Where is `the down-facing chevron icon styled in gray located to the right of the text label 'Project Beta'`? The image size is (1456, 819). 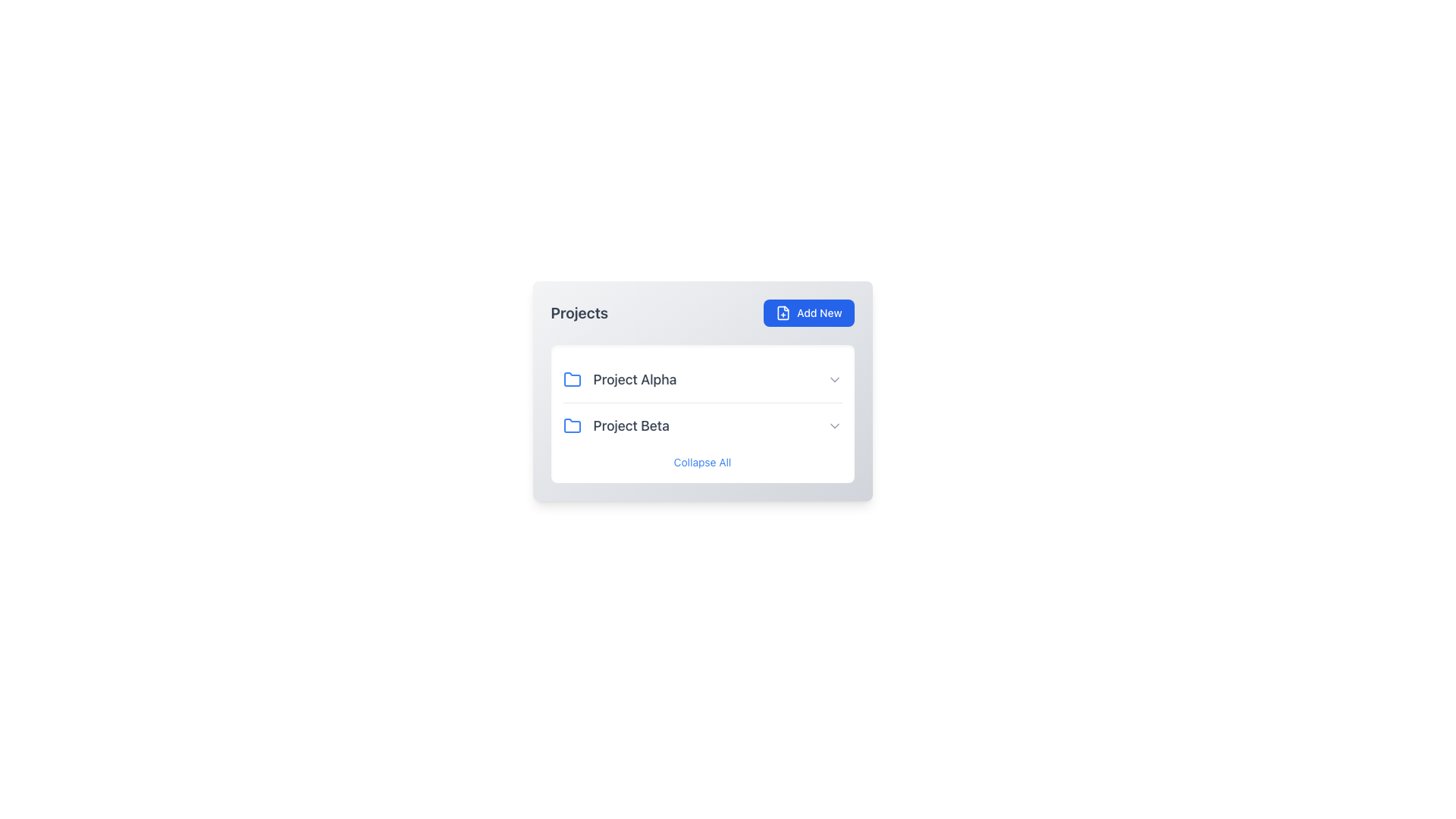 the down-facing chevron icon styled in gray located to the right of the text label 'Project Beta' is located at coordinates (833, 426).